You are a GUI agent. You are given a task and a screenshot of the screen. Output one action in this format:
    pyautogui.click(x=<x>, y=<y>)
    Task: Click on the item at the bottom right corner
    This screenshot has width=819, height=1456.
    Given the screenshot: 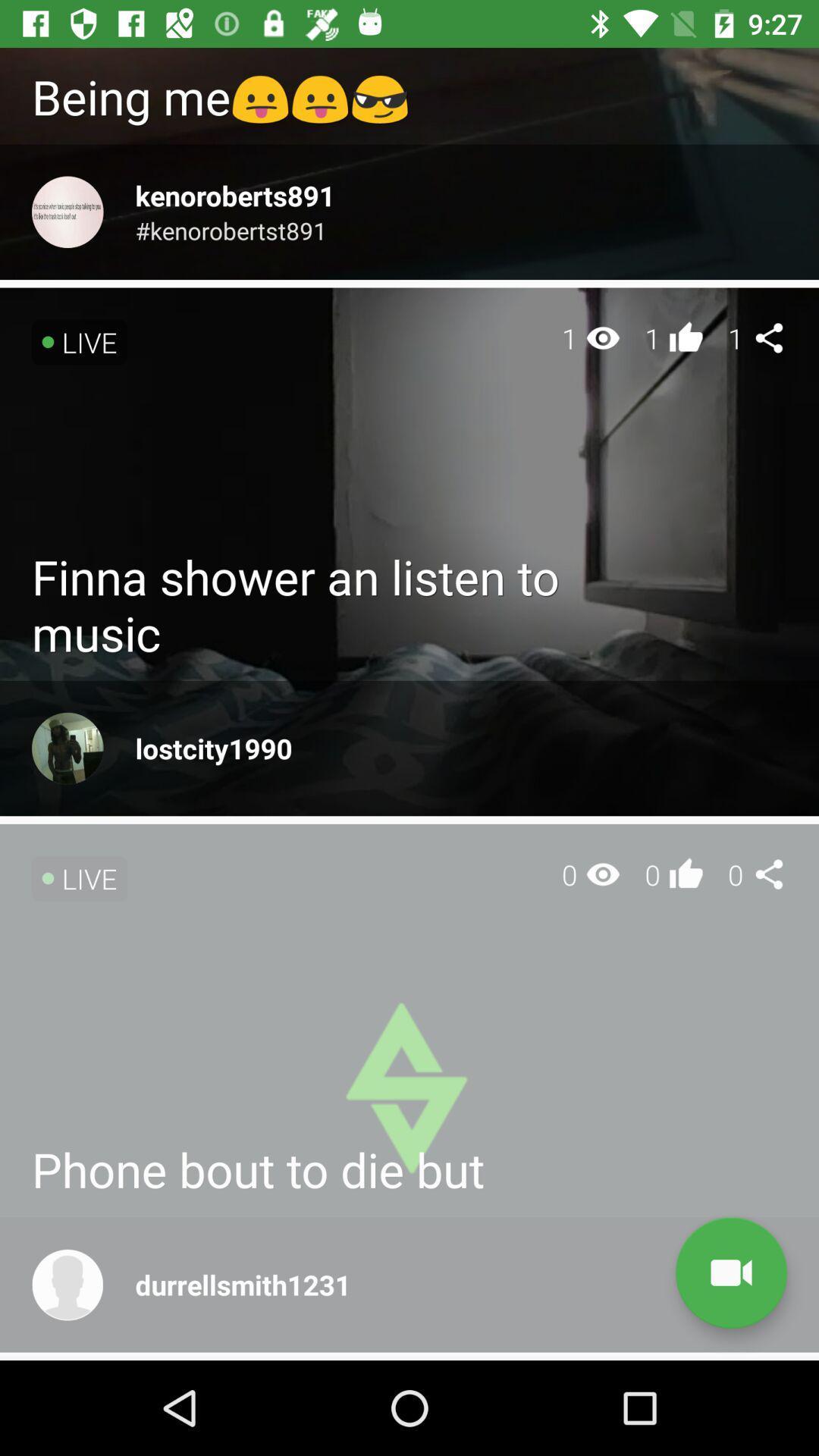 What is the action you would take?
    pyautogui.click(x=730, y=1272)
    